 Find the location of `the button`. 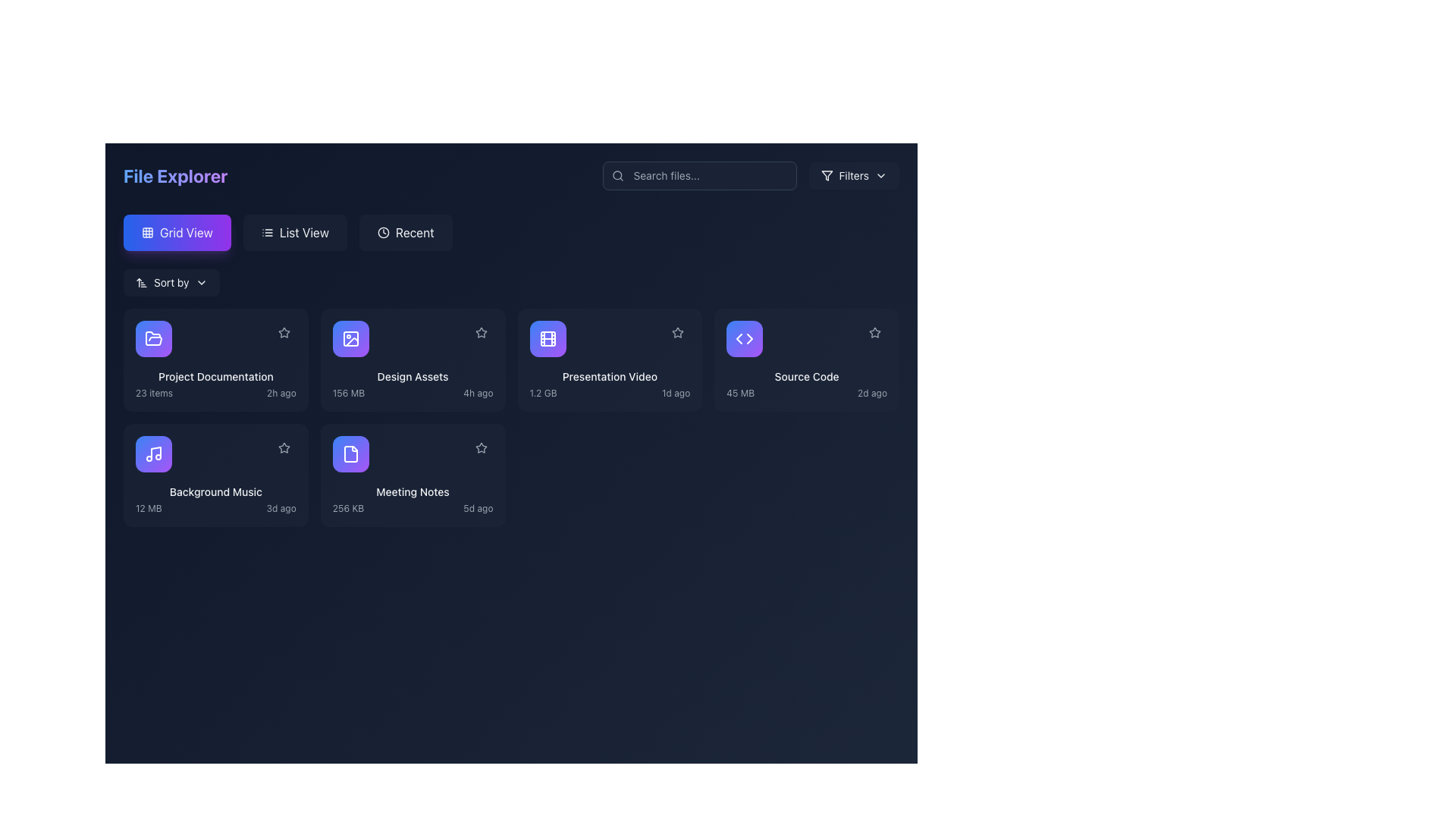

the button is located at coordinates (874, 332).